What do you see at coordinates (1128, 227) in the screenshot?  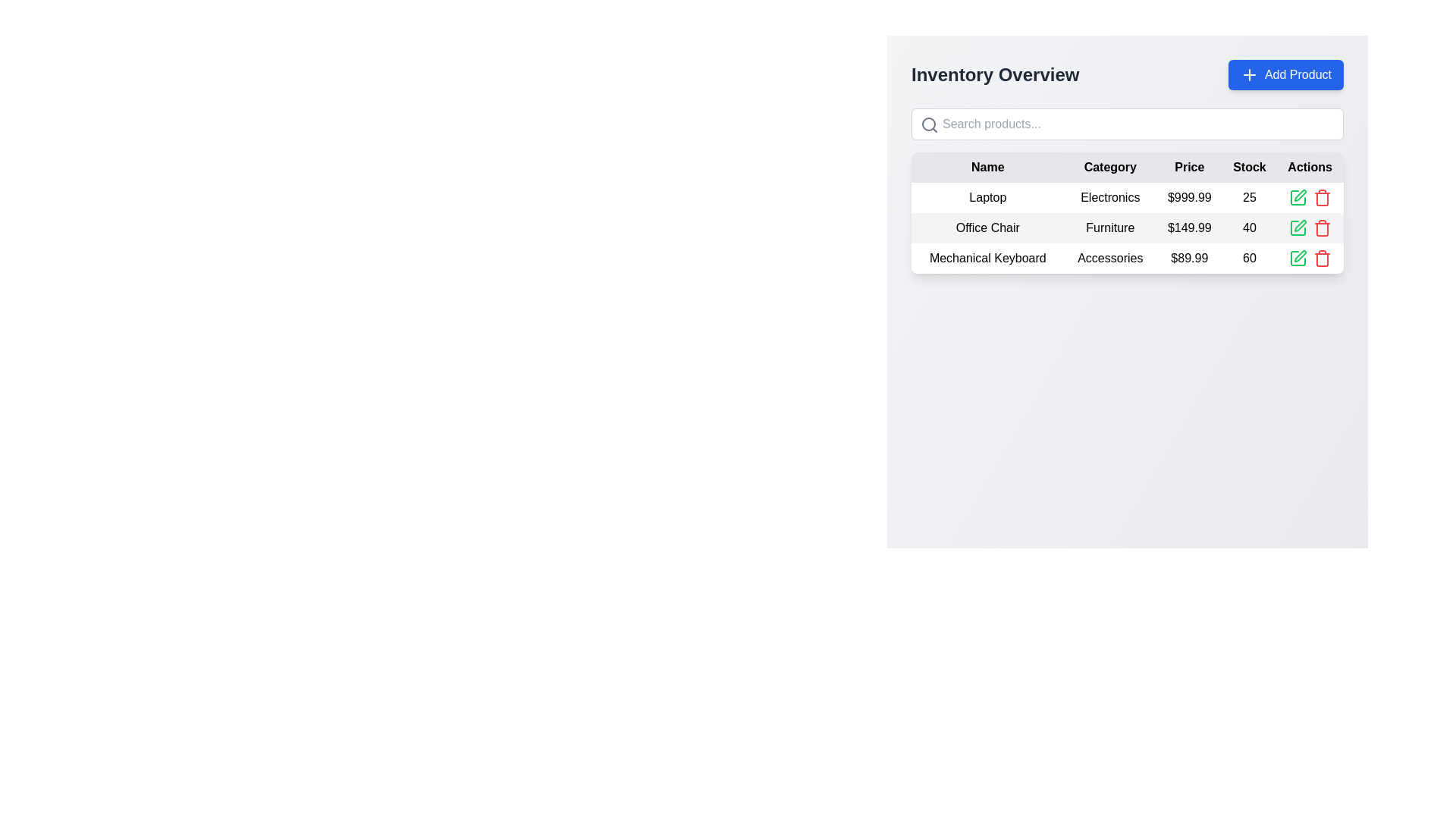 I see `to select the second row in the product inventory table representing 'Office Chair', which contains details about the product and interactive buttons` at bounding box center [1128, 227].